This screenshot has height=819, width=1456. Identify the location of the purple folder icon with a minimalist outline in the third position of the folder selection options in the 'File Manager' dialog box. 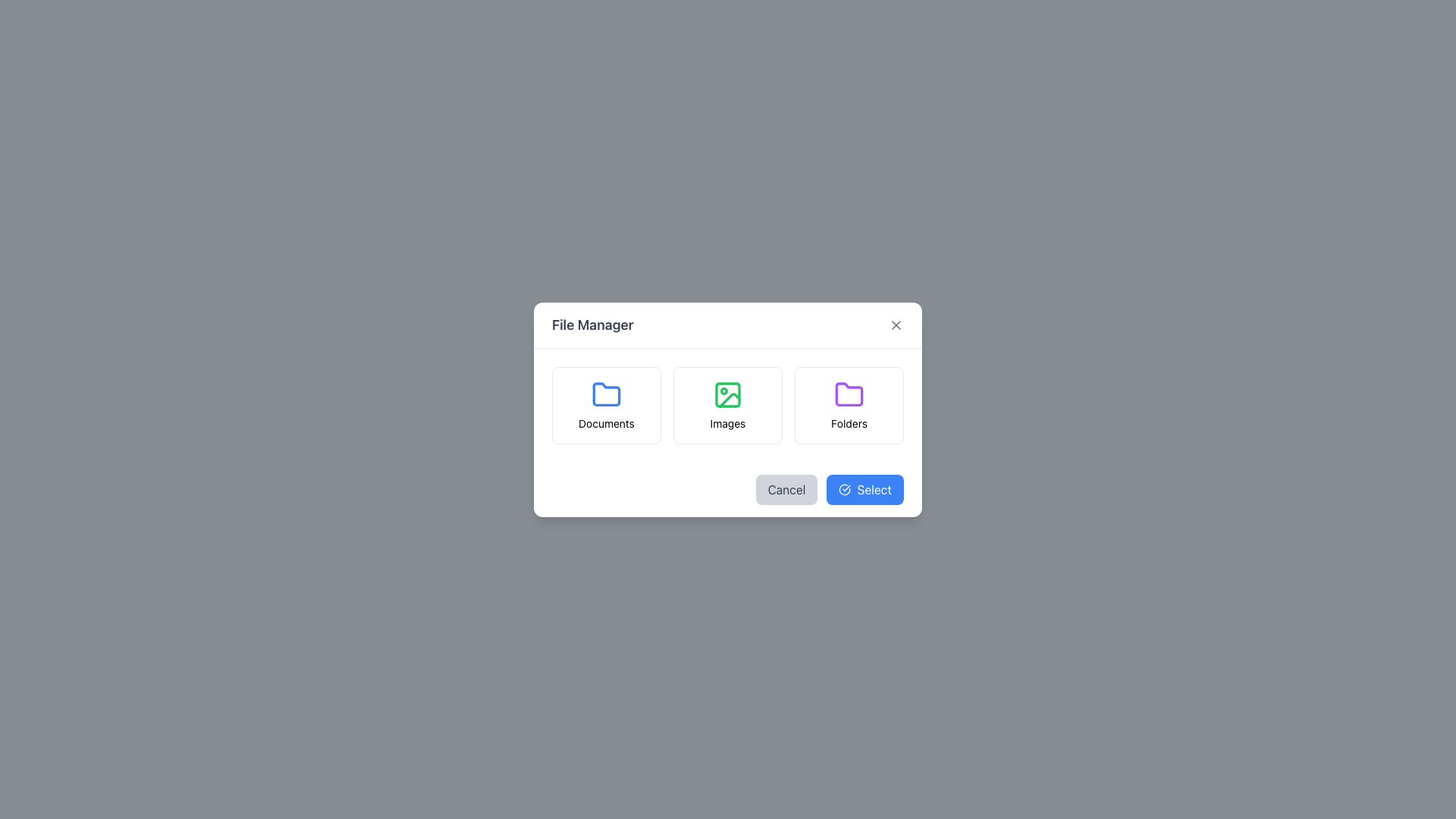
(848, 394).